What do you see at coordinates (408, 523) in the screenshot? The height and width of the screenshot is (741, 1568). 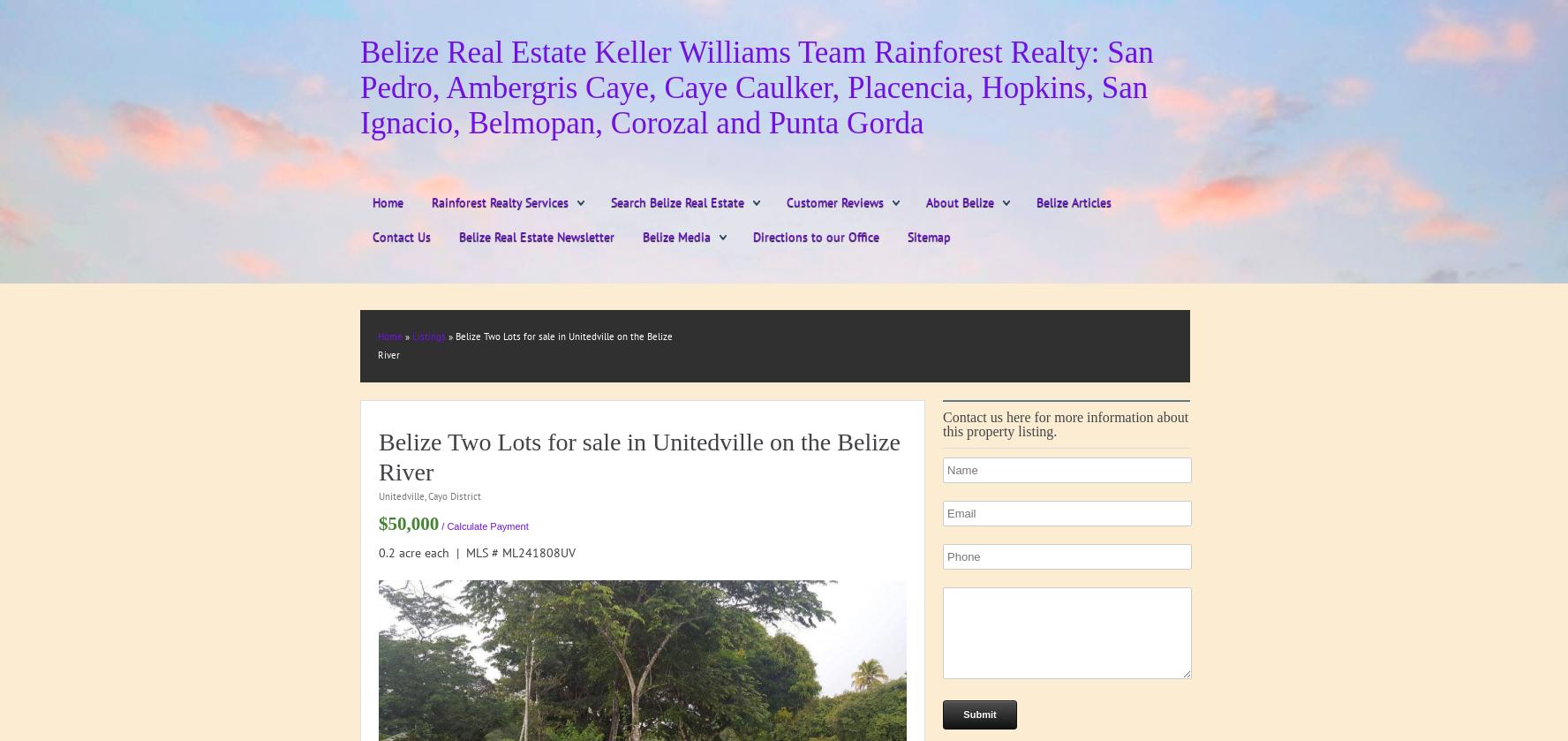 I see `'$50,000'` at bounding box center [408, 523].